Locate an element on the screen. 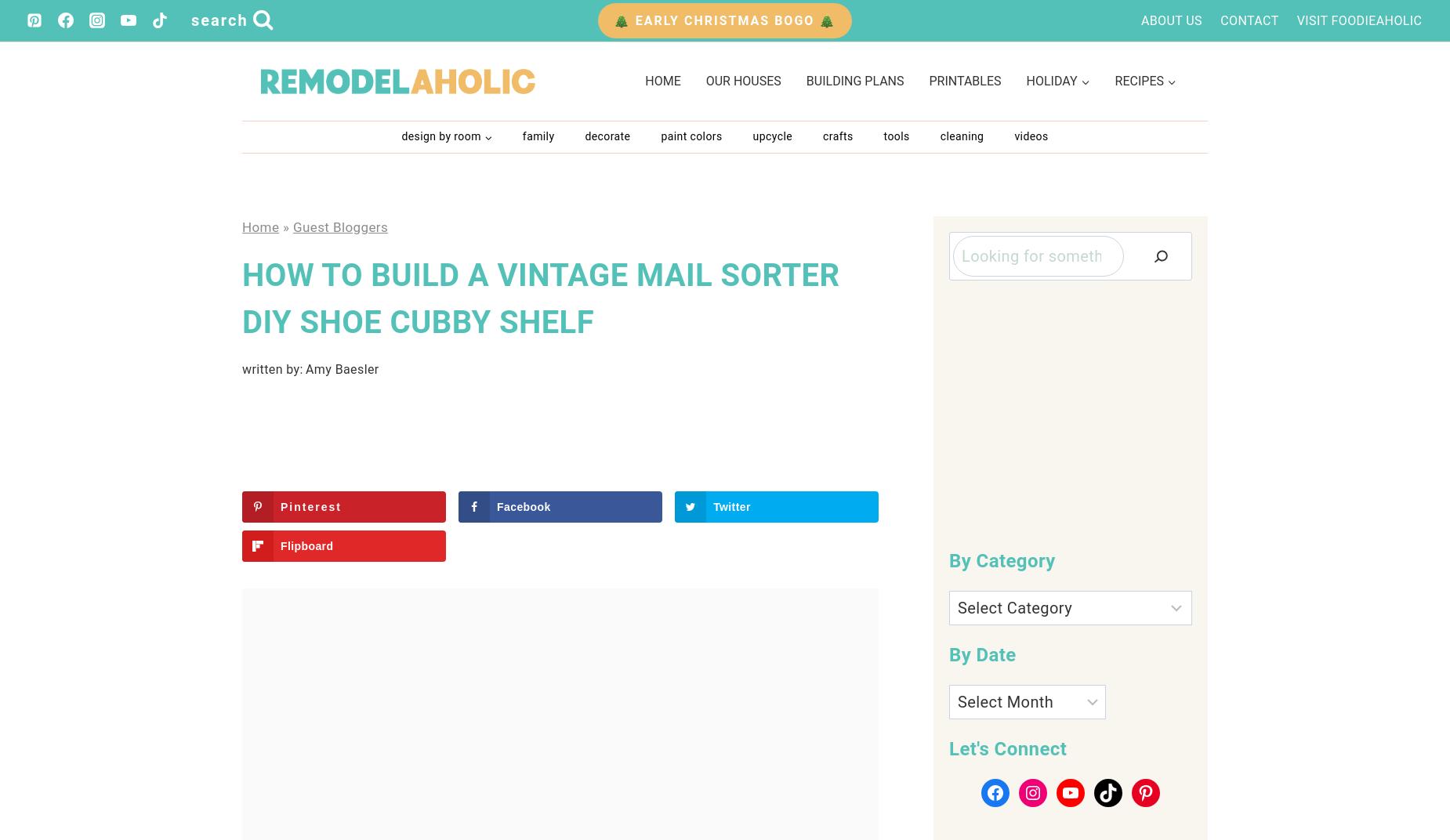 The image size is (1450, 840). 'Building Plans' is located at coordinates (854, 81).